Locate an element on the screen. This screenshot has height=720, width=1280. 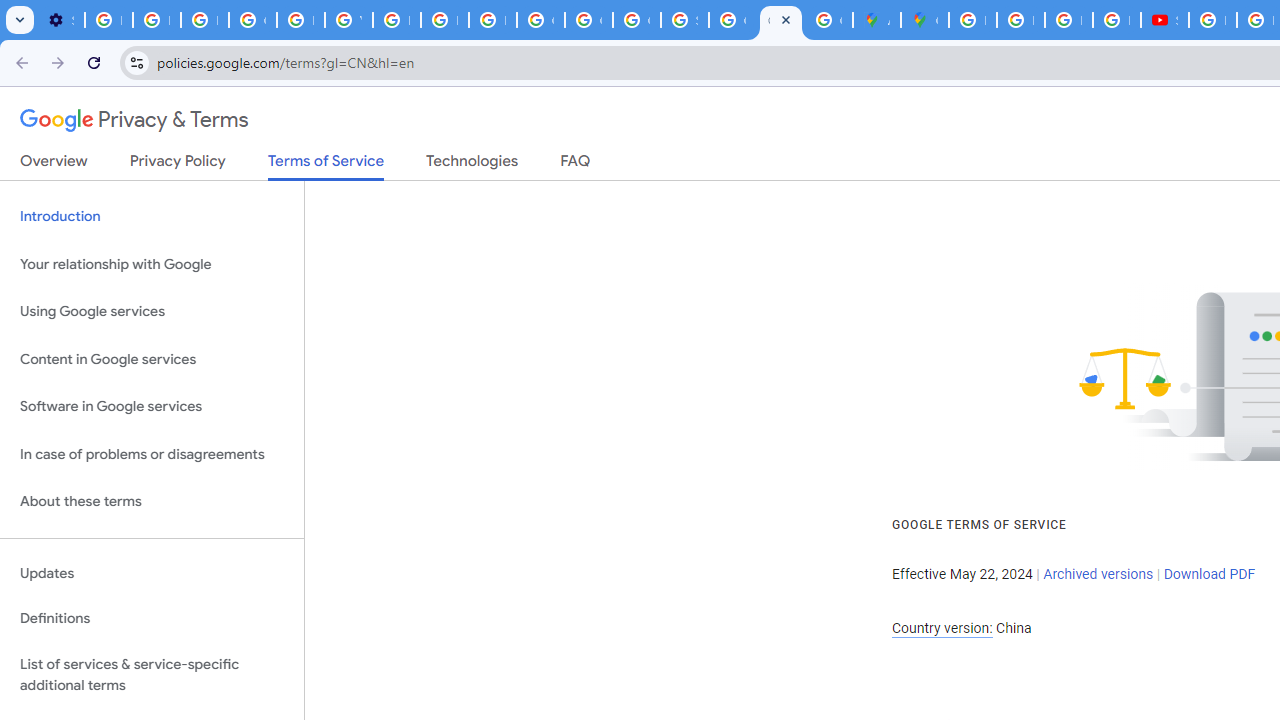
'Your relationship with Google' is located at coordinates (151, 263).